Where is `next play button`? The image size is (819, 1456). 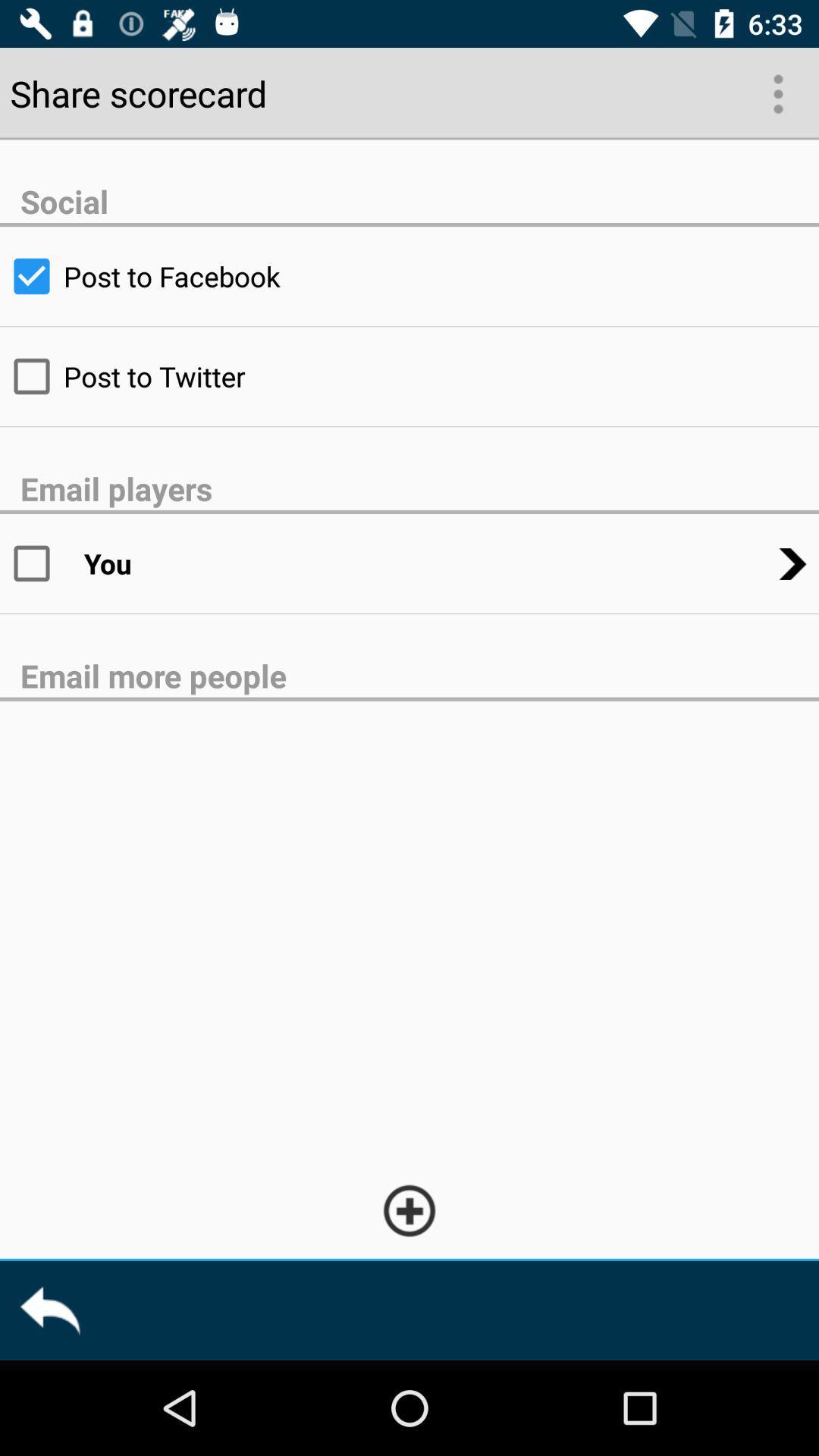
next play button is located at coordinates (777, 92).